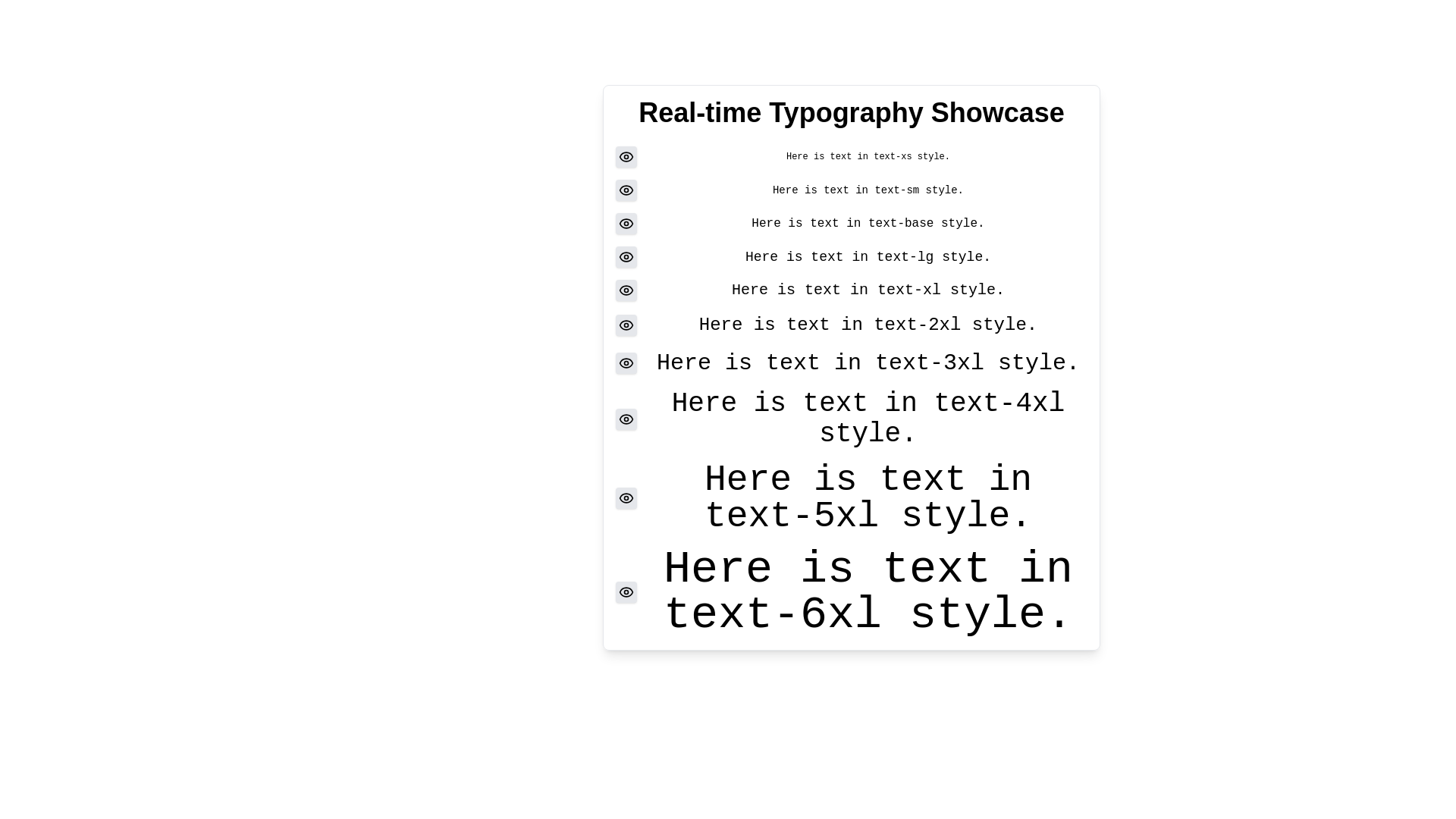 The width and height of the screenshot is (1456, 819). What do you see at coordinates (626, 362) in the screenshot?
I see `the visibility toggle button located to the left of the text 'Here is text in text-3xl style' for keyboard interaction` at bounding box center [626, 362].